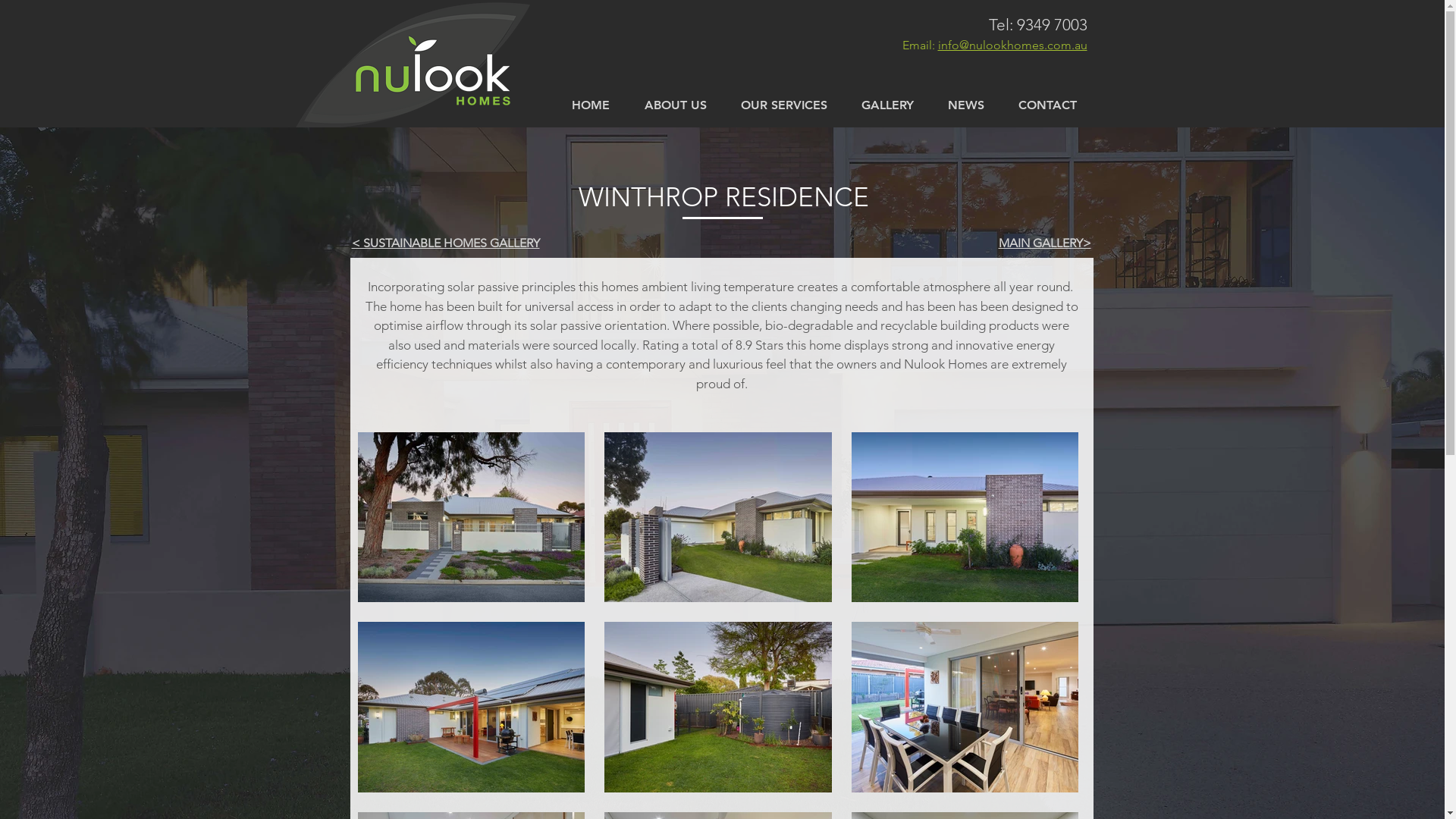 This screenshot has width=1456, height=819. What do you see at coordinates (552, 104) in the screenshot?
I see `'HOME'` at bounding box center [552, 104].